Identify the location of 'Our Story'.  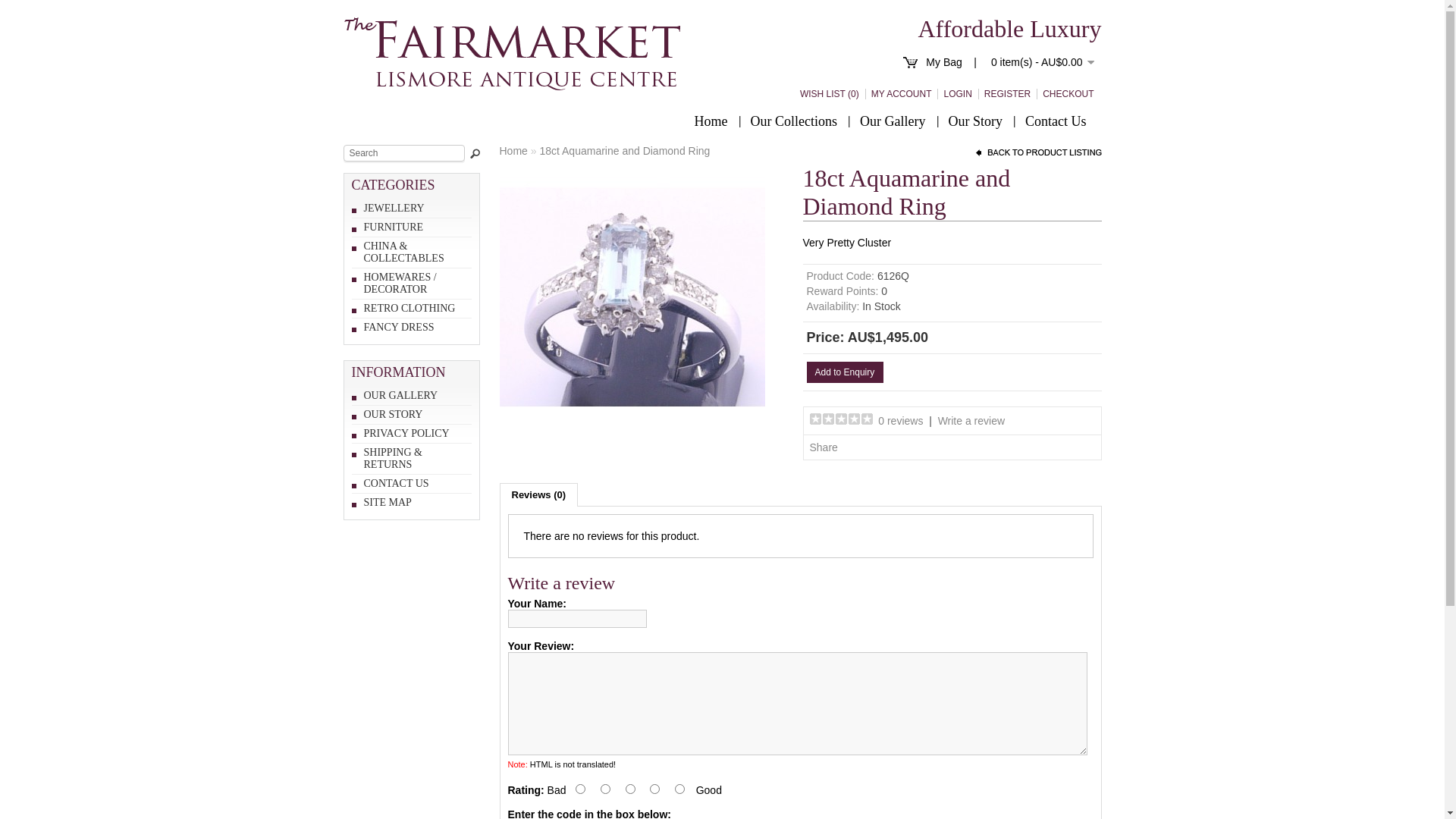
(975, 120).